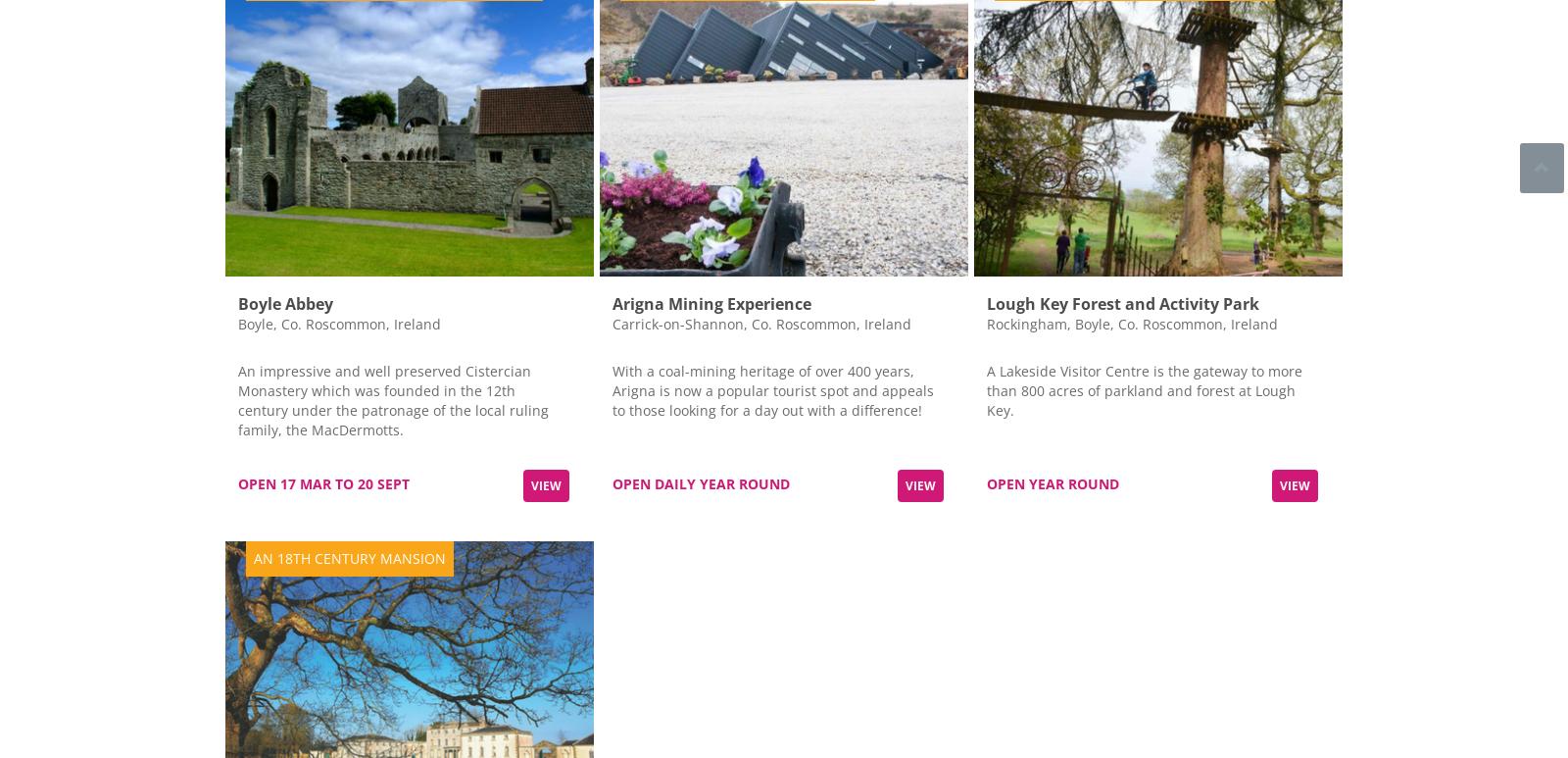 Image resolution: width=1568 pixels, height=758 pixels. Describe the element at coordinates (772, 388) in the screenshot. I see `'With a coal-mining heritage of over 400 years, Arigna is now a popular tourist spot and appeals to those looking for a day out with a difference!'` at that location.